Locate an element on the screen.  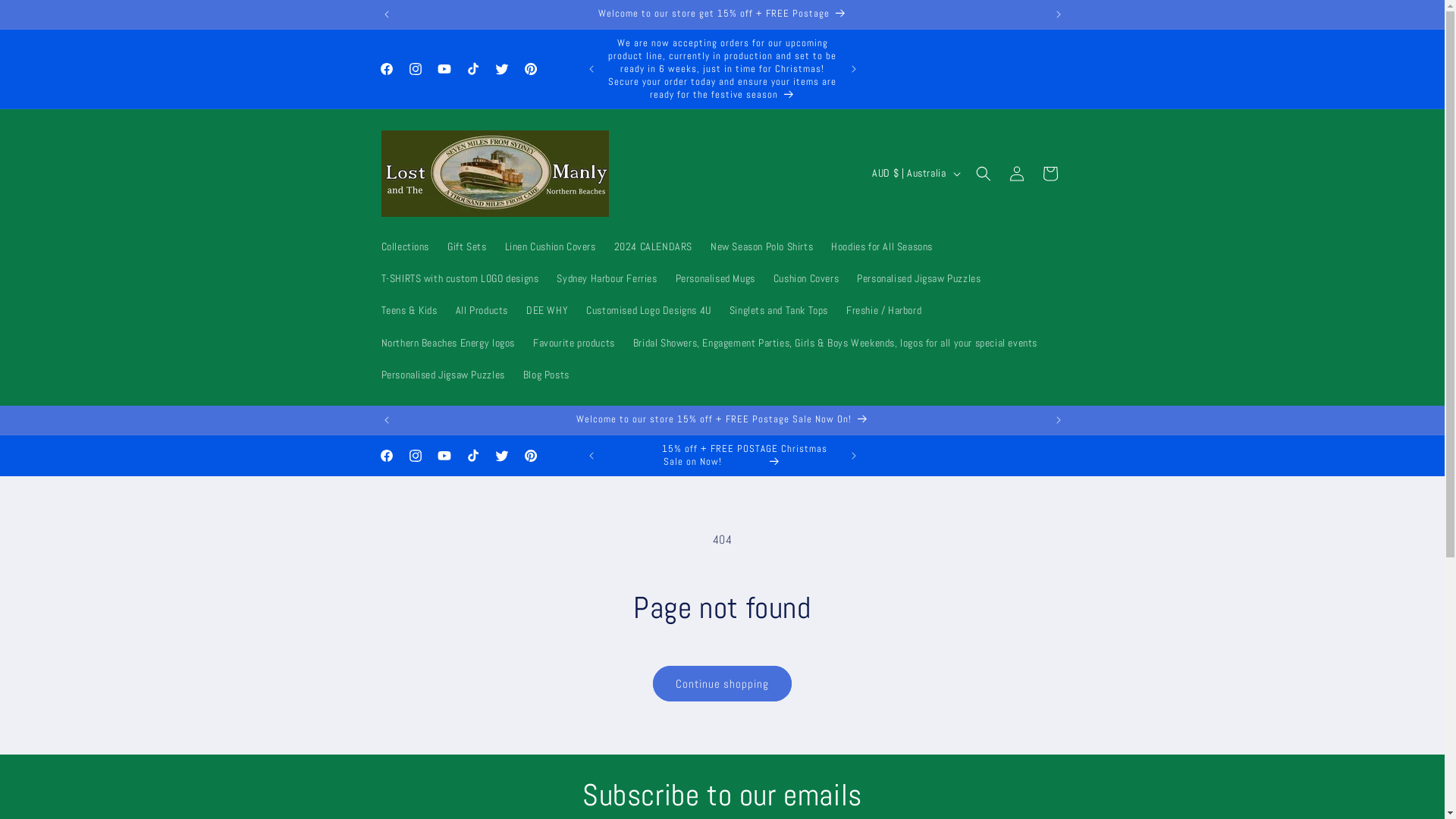
'Gift Sets' is located at coordinates (466, 245).